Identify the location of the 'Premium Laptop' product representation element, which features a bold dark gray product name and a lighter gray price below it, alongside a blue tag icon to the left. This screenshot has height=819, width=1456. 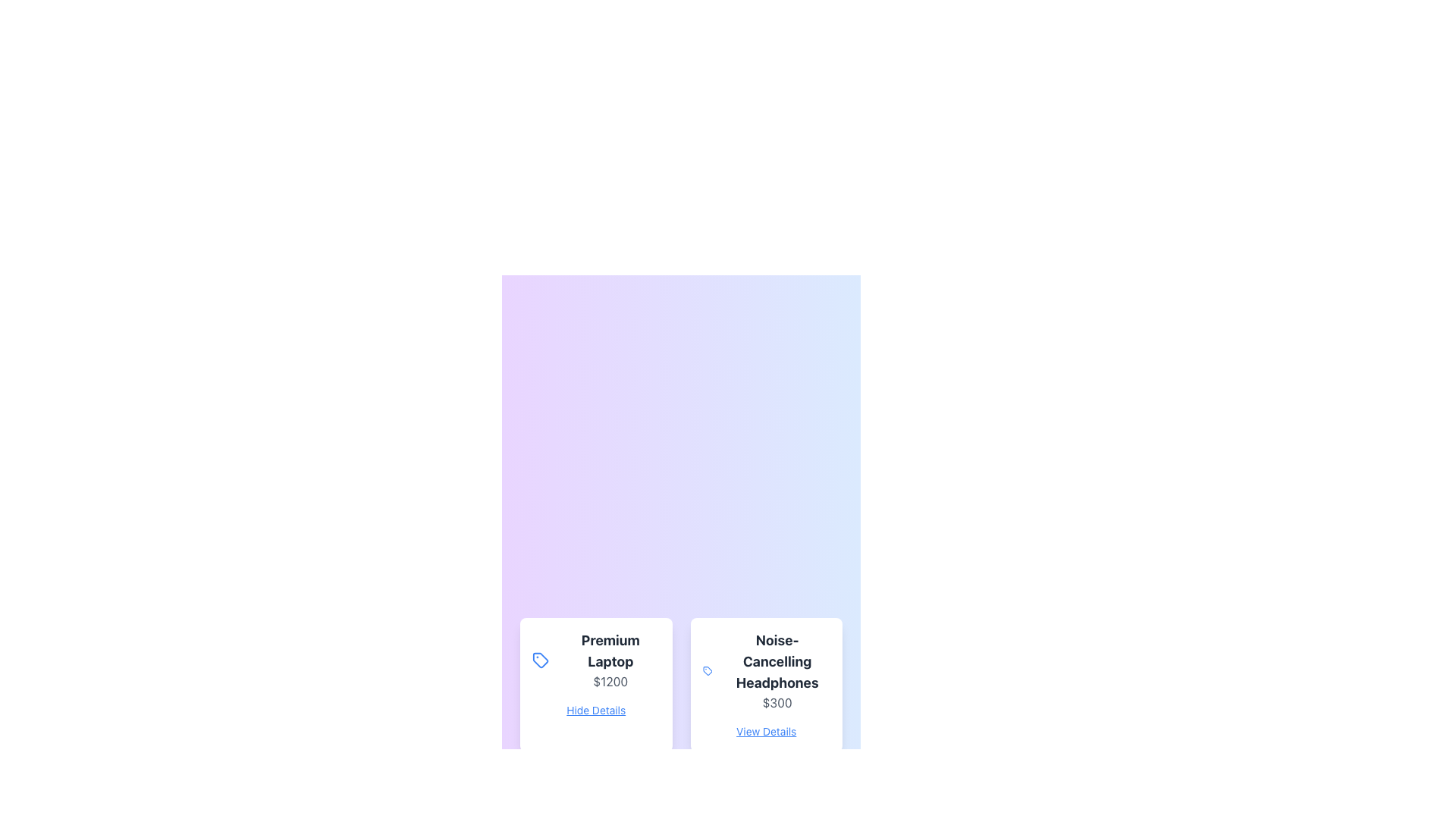
(595, 659).